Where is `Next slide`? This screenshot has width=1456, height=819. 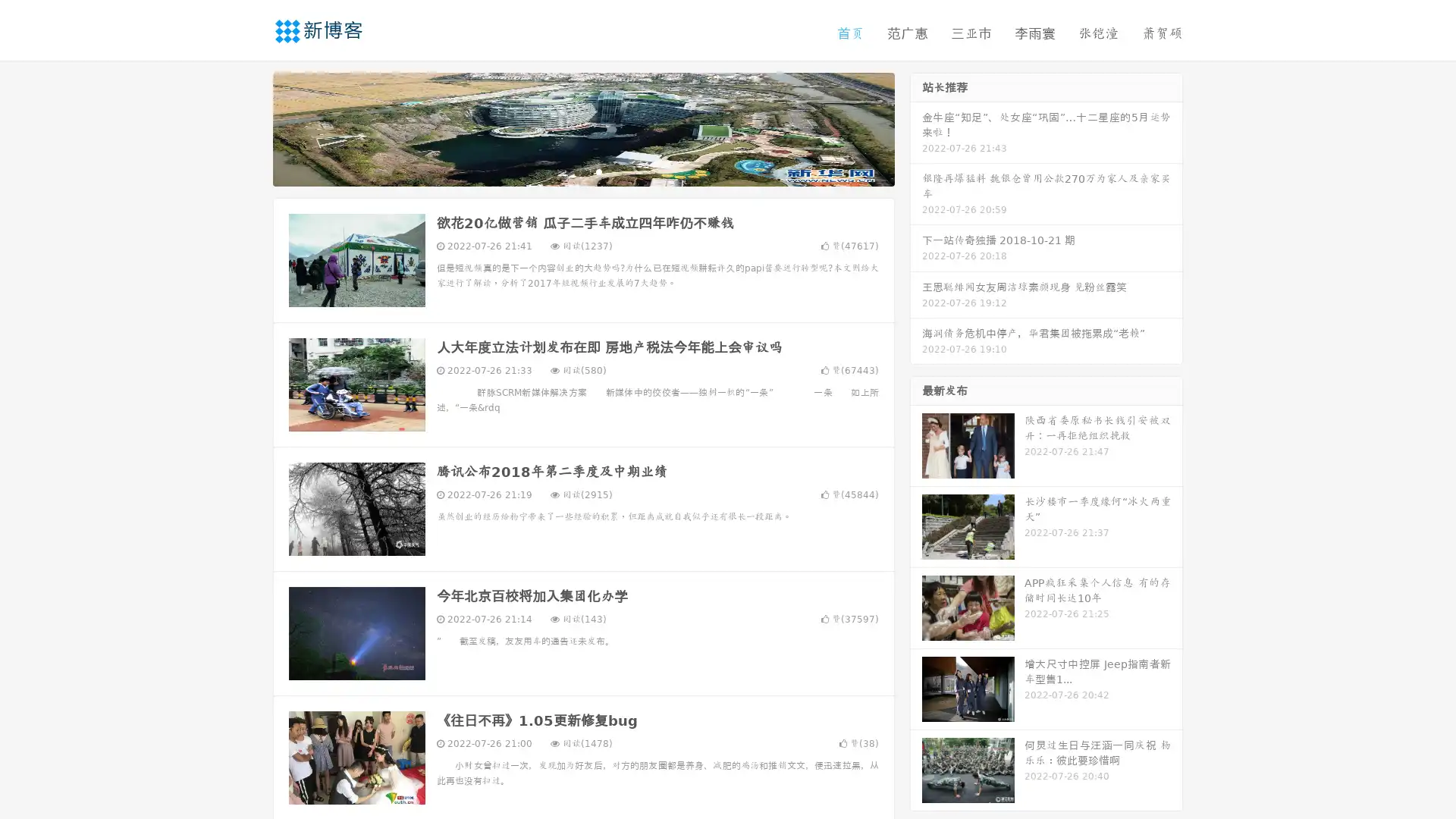
Next slide is located at coordinates (916, 127).